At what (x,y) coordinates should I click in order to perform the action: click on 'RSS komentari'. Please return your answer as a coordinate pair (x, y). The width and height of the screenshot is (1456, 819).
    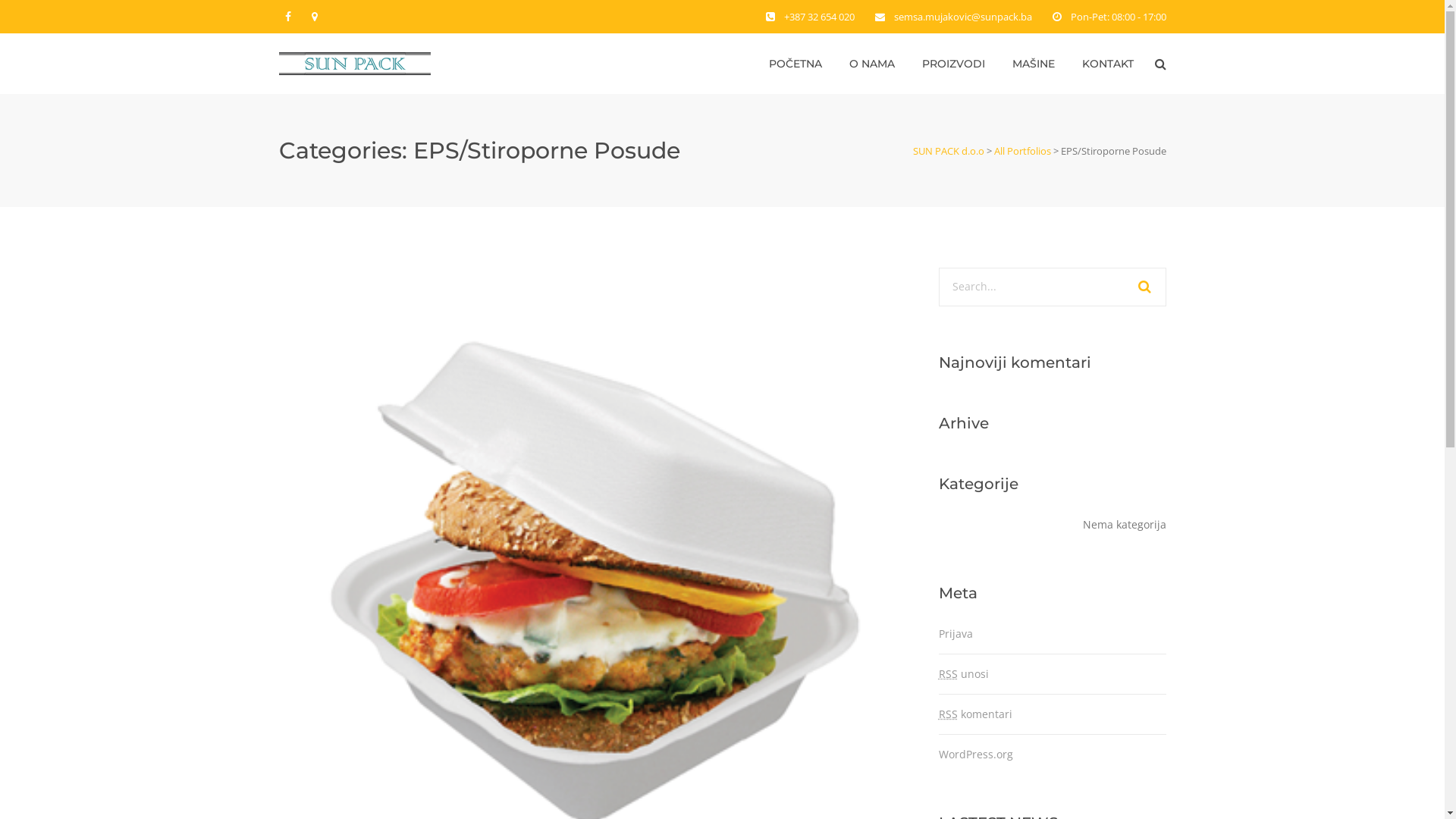
    Looking at the image, I should click on (975, 714).